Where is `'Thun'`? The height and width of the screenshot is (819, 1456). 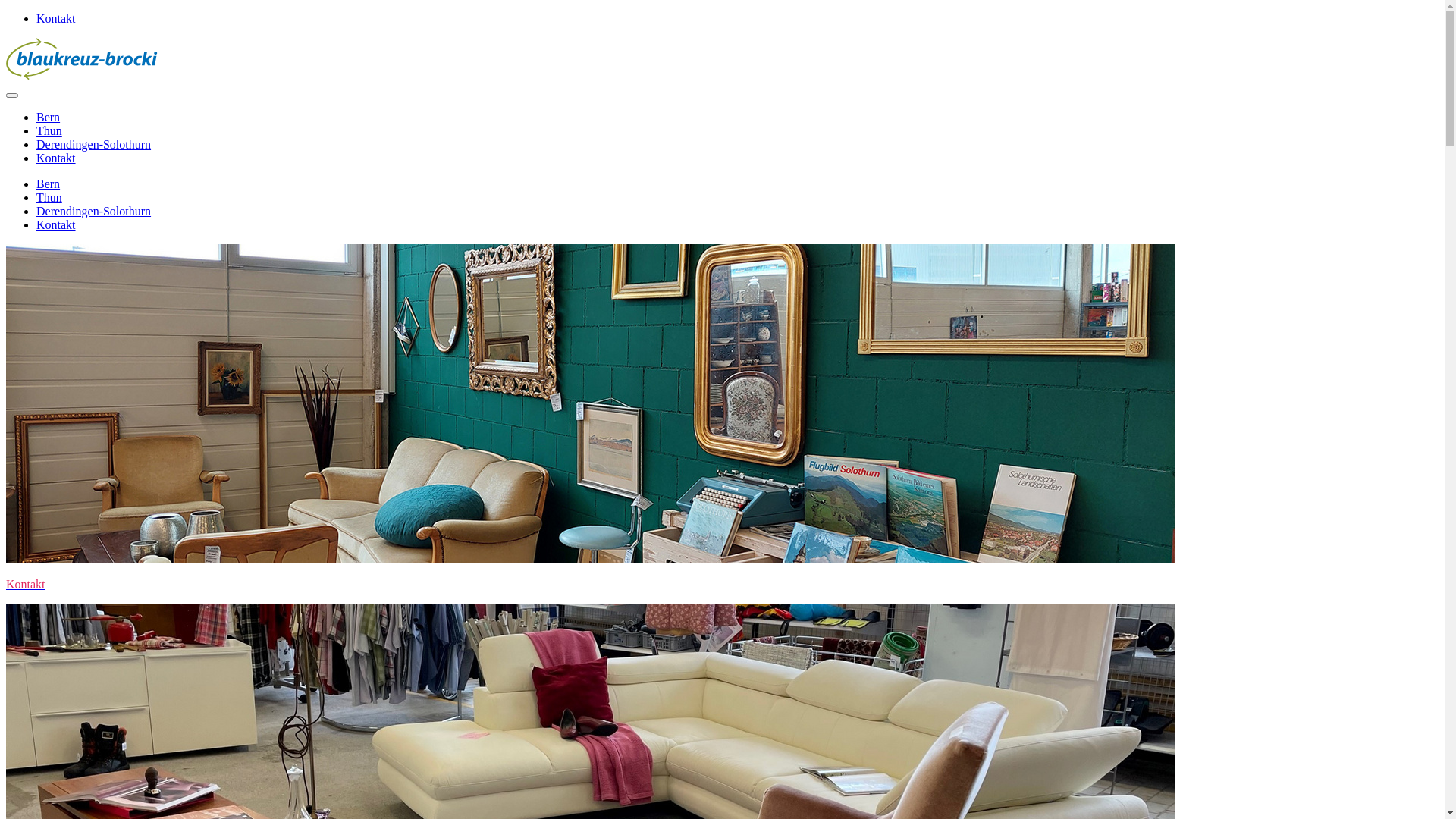 'Thun' is located at coordinates (49, 196).